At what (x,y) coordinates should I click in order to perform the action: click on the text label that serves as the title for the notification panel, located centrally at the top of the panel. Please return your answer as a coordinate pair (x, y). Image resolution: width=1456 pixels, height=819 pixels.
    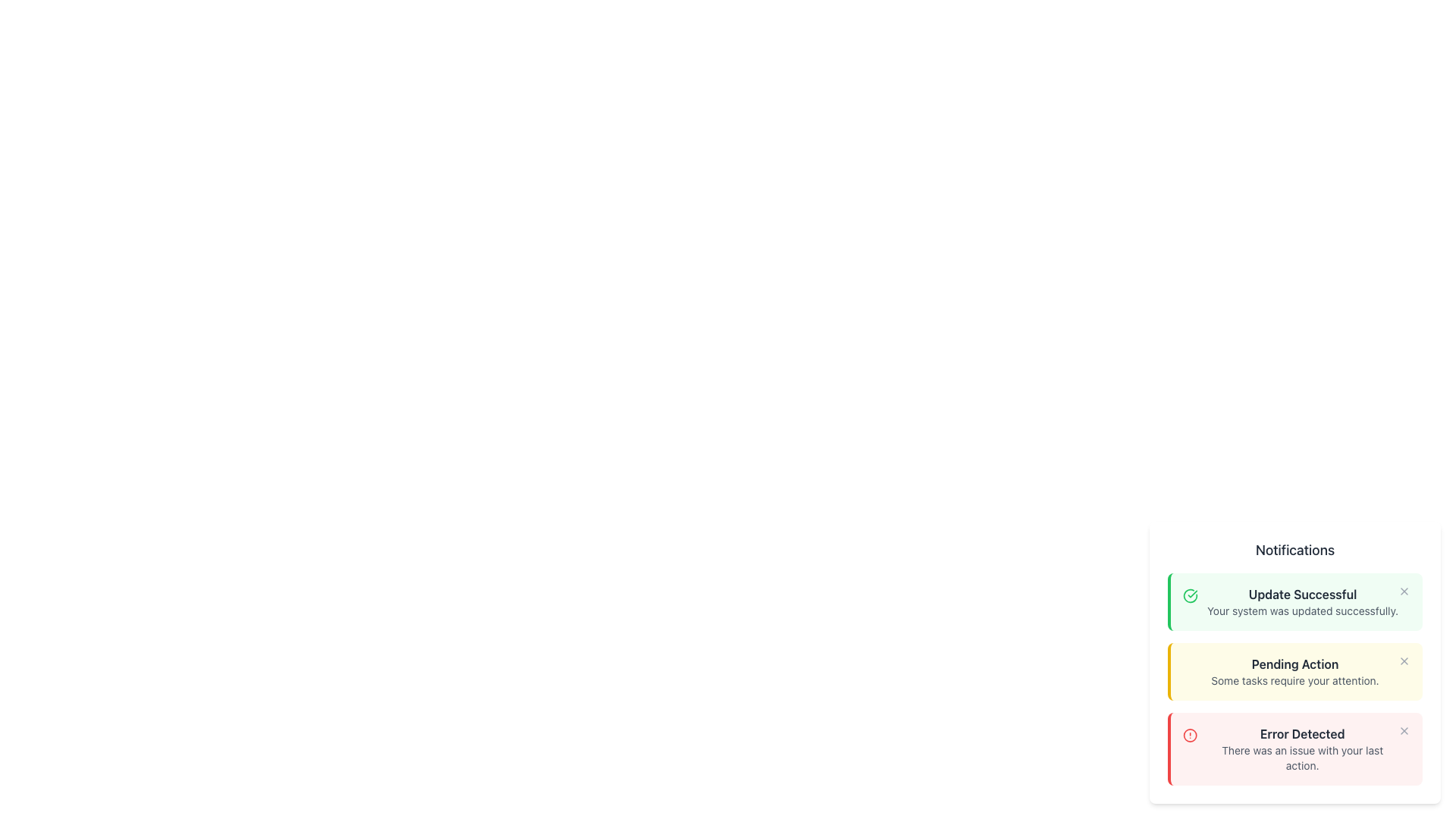
    Looking at the image, I should click on (1294, 550).